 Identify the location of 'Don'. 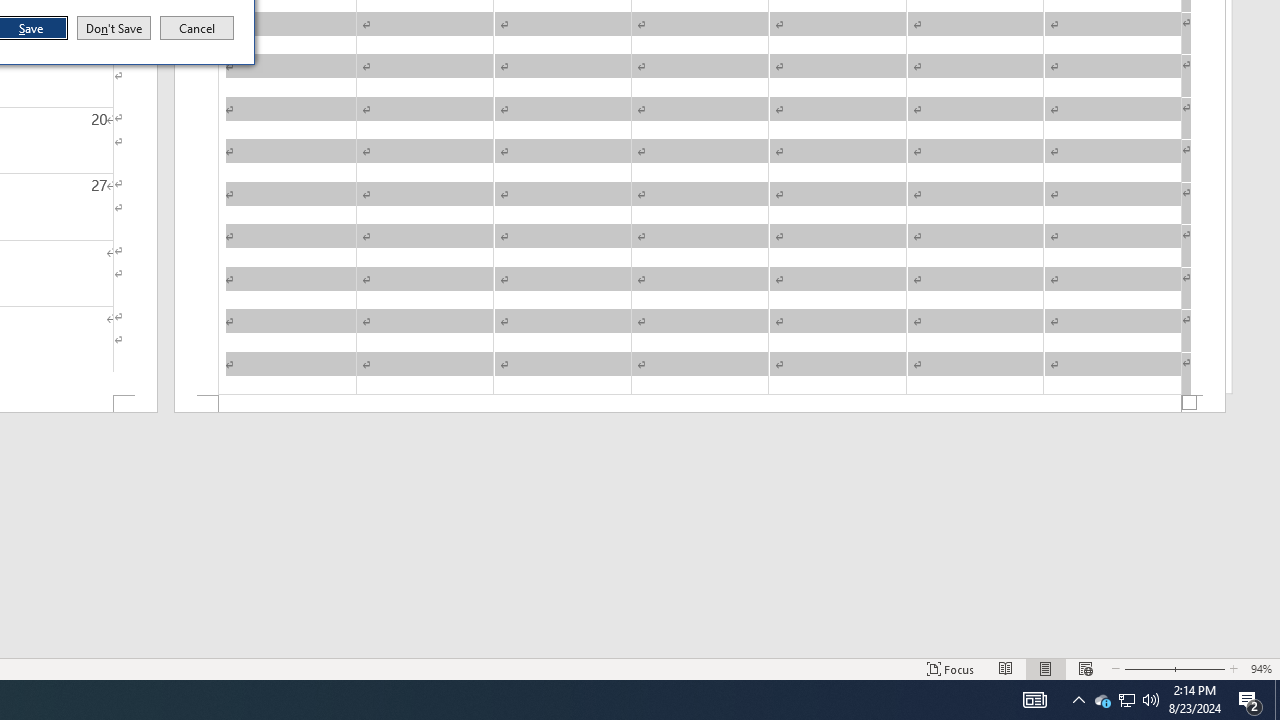
(112, 28).